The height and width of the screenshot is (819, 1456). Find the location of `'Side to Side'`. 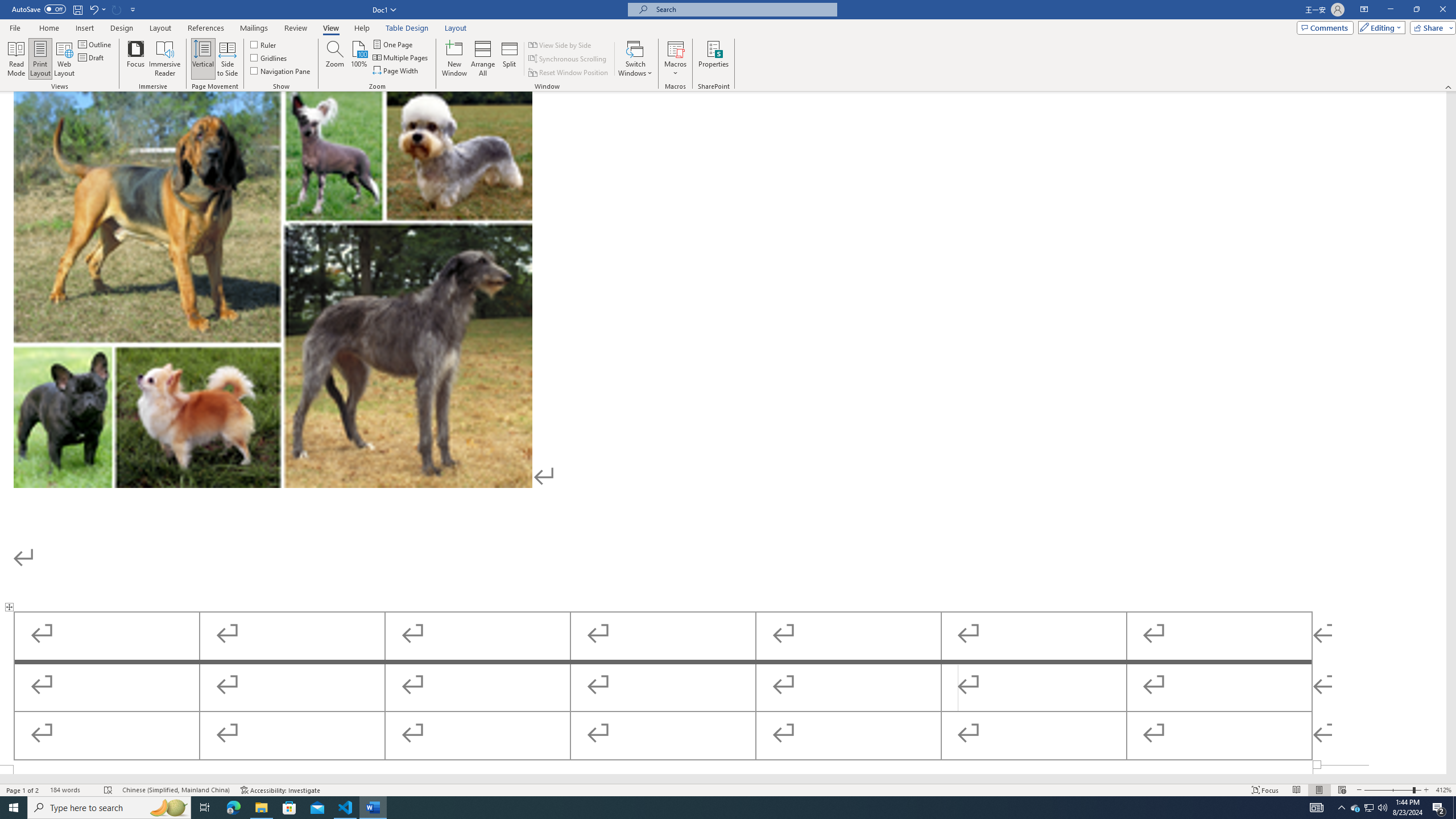

'Side to Side' is located at coordinates (227, 59).